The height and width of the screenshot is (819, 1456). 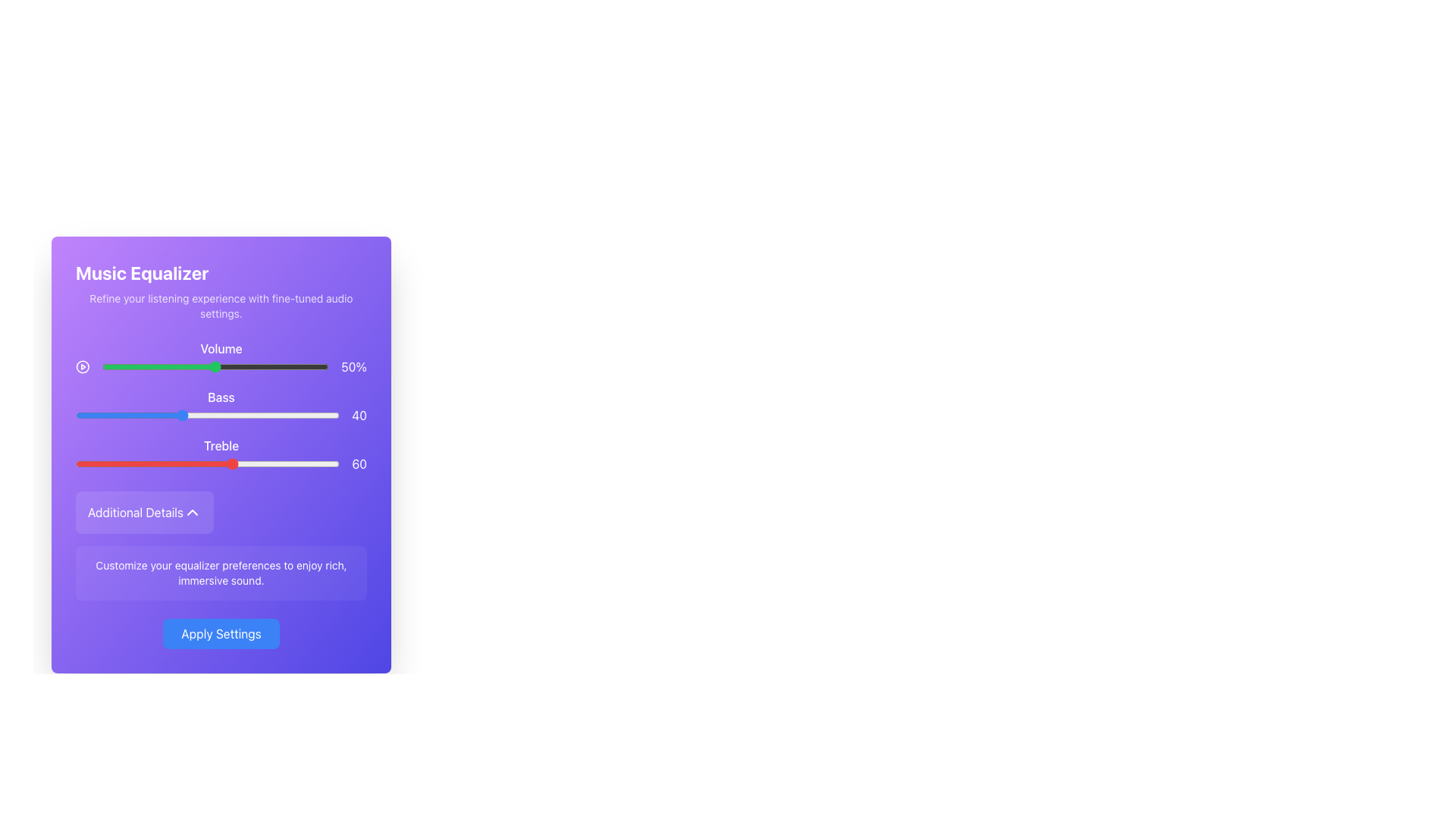 What do you see at coordinates (288, 366) in the screenshot?
I see `the slider` at bounding box center [288, 366].